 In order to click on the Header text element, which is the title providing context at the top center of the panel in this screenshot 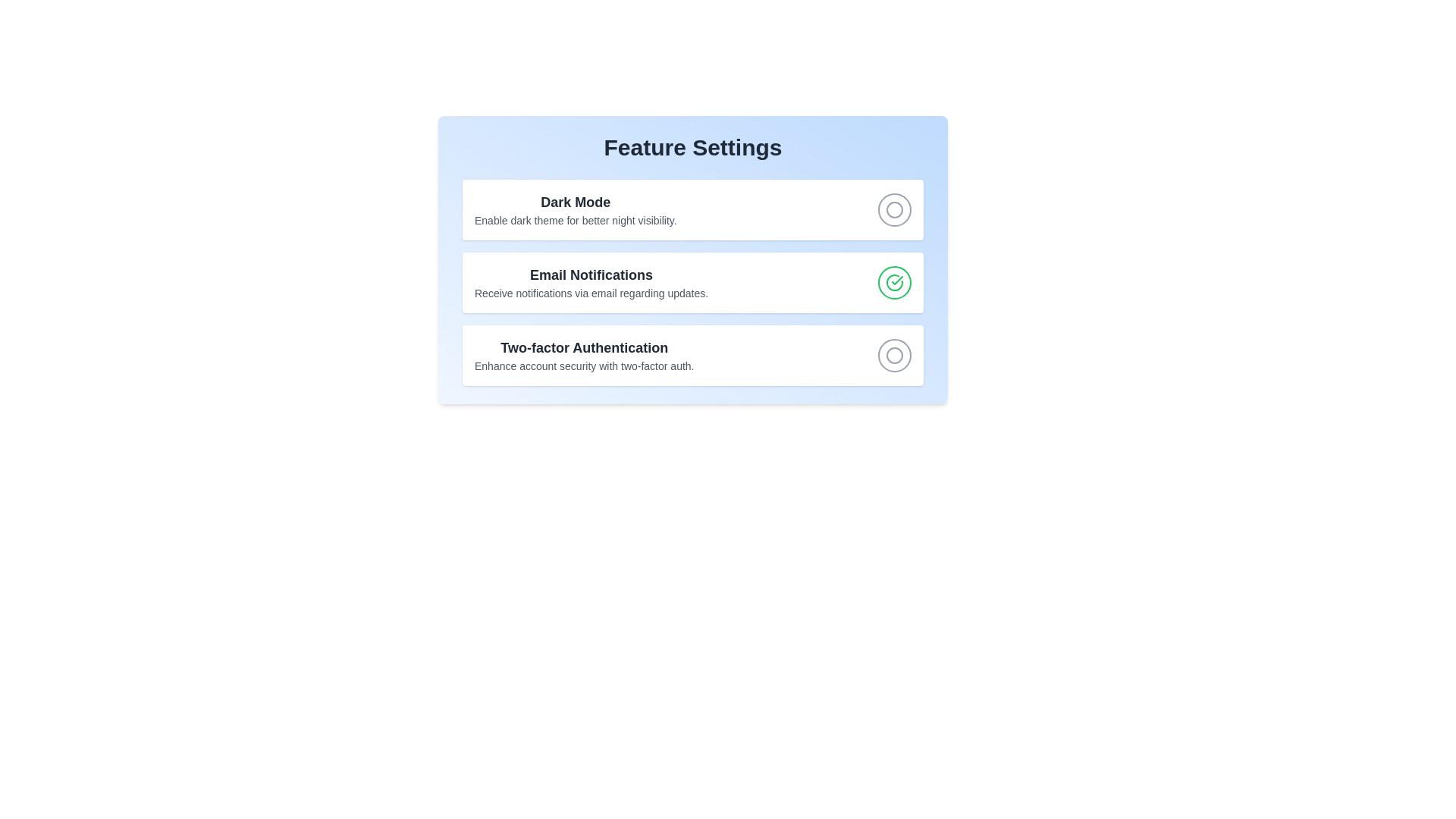, I will do `click(692, 148)`.